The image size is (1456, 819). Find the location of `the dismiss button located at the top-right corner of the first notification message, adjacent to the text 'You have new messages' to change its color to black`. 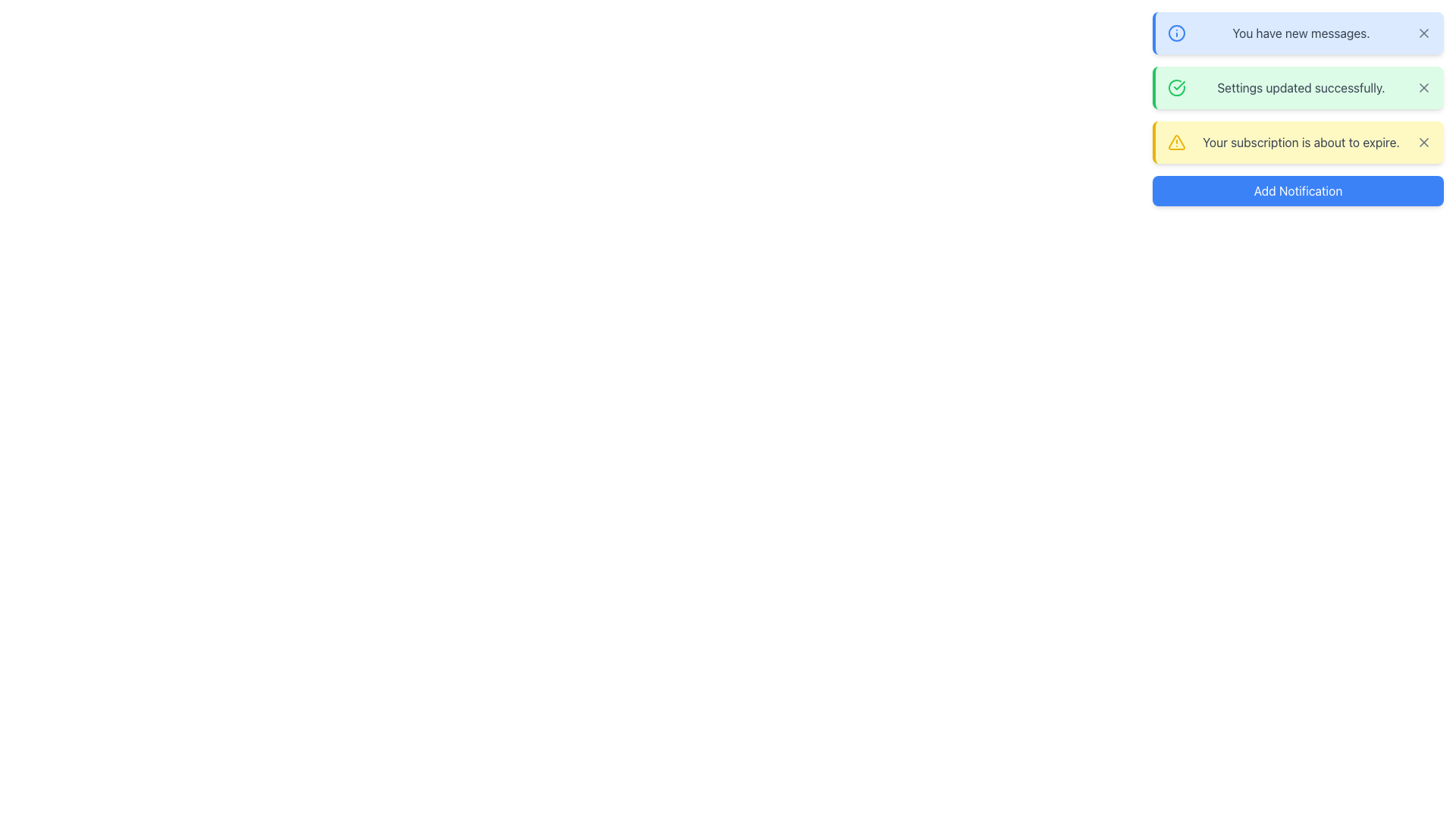

the dismiss button located at the top-right corner of the first notification message, adjacent to the text 'You have new messages' to change its color to black is located at coordinates (1423, 33).